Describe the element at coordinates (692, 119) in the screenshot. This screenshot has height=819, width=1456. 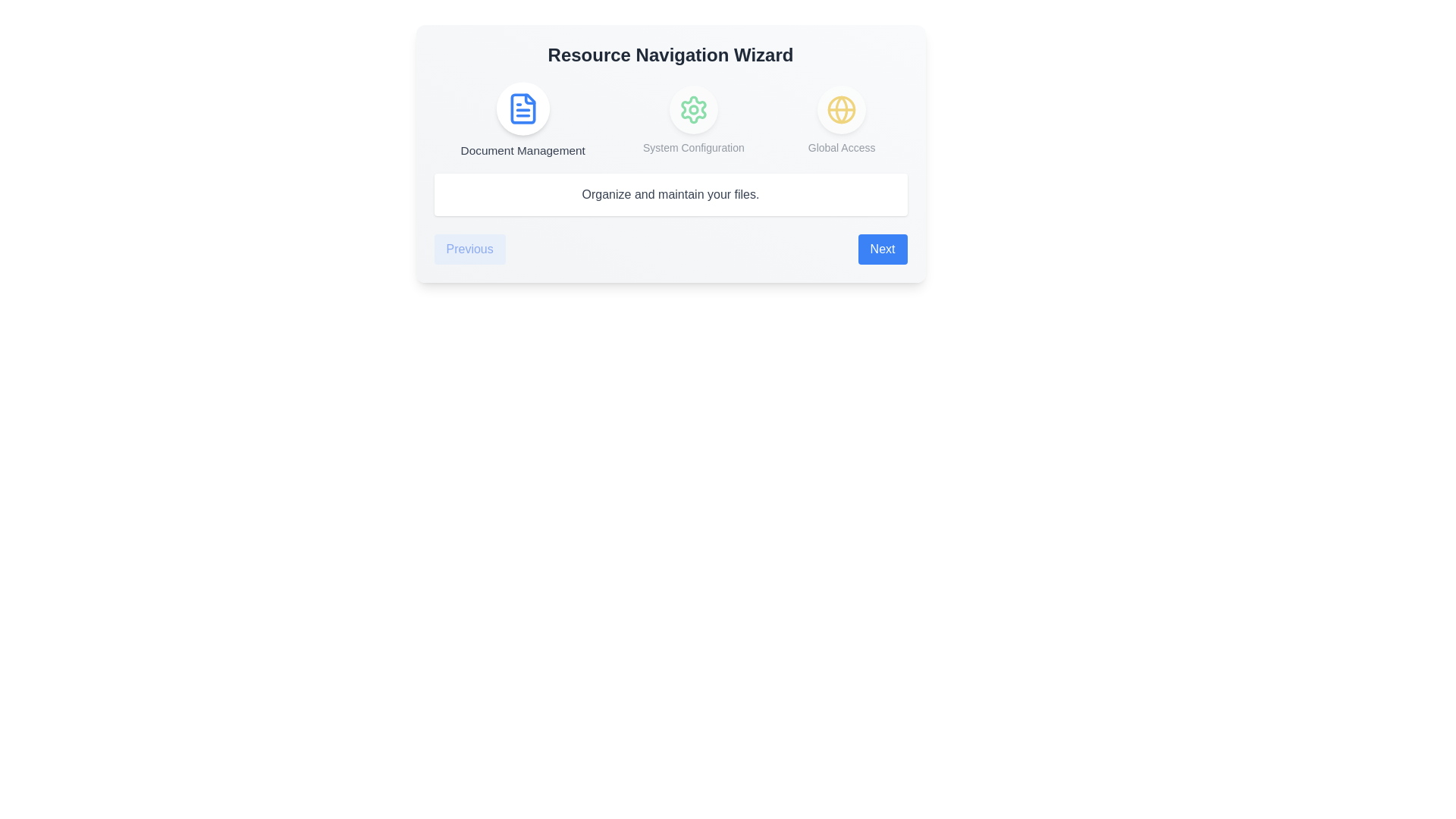
I see `the step icon corresponding to System Configuration to navigate to that step` at that location.